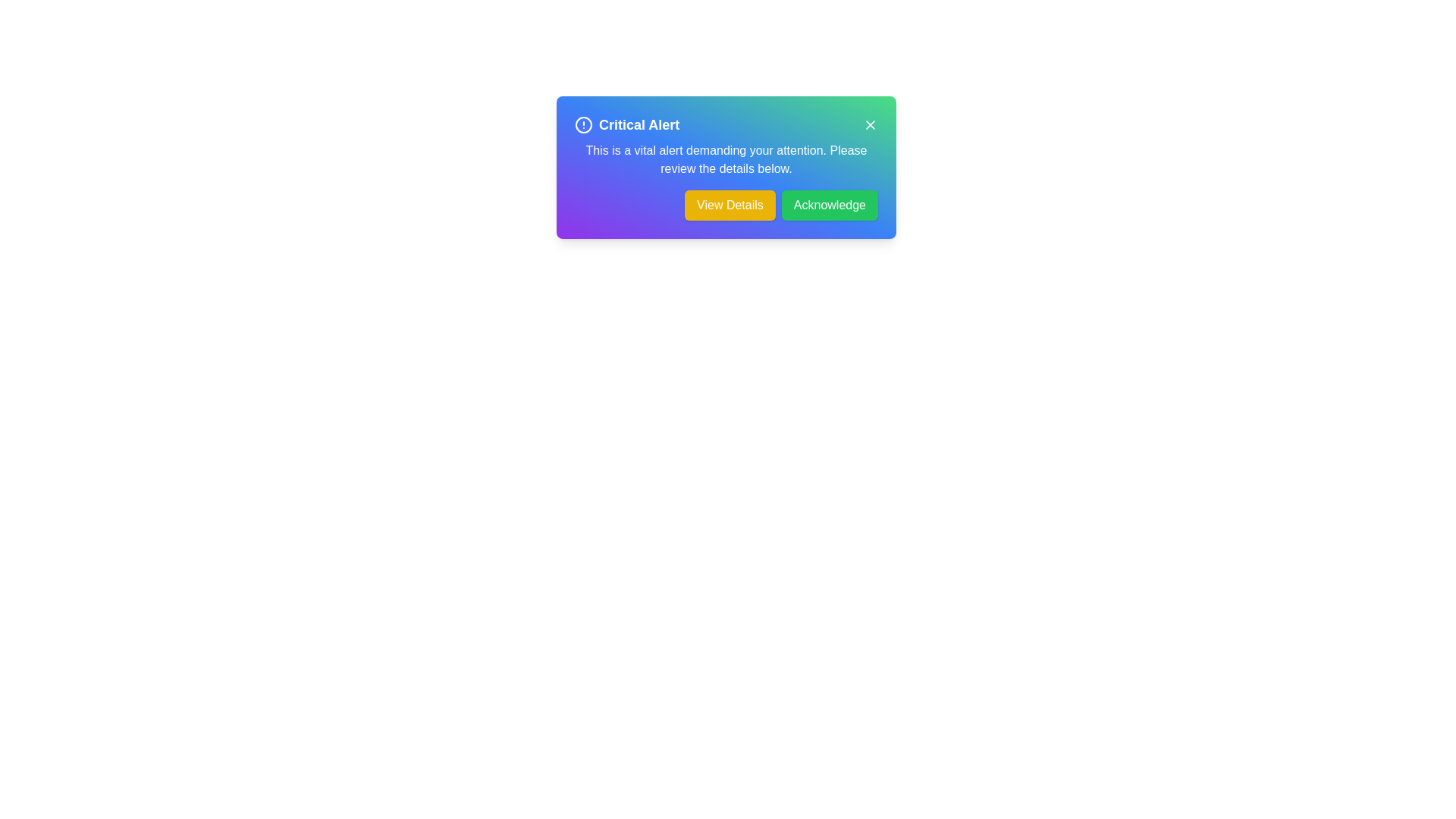 This screenshot has height=819, width=1456. What do you see at coordinates (582, 124) in the screenshot?
I see `the circular alert icon located in the header of the notification, which is adjacent to the 'Critical Alert' text` at bounding box center [582, 124].